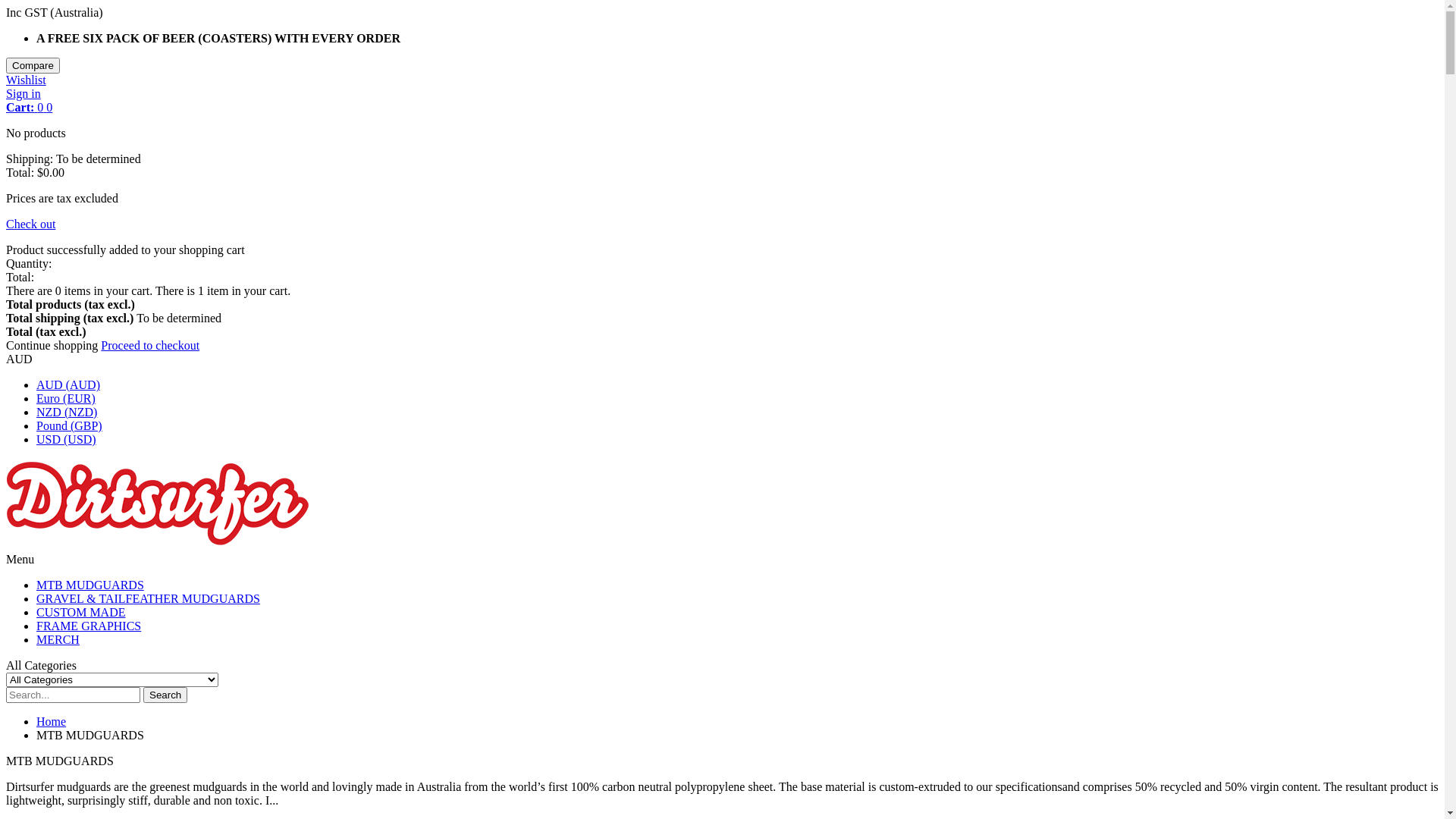  I want to click on 'Pound (GBP)', so click(68, 425).